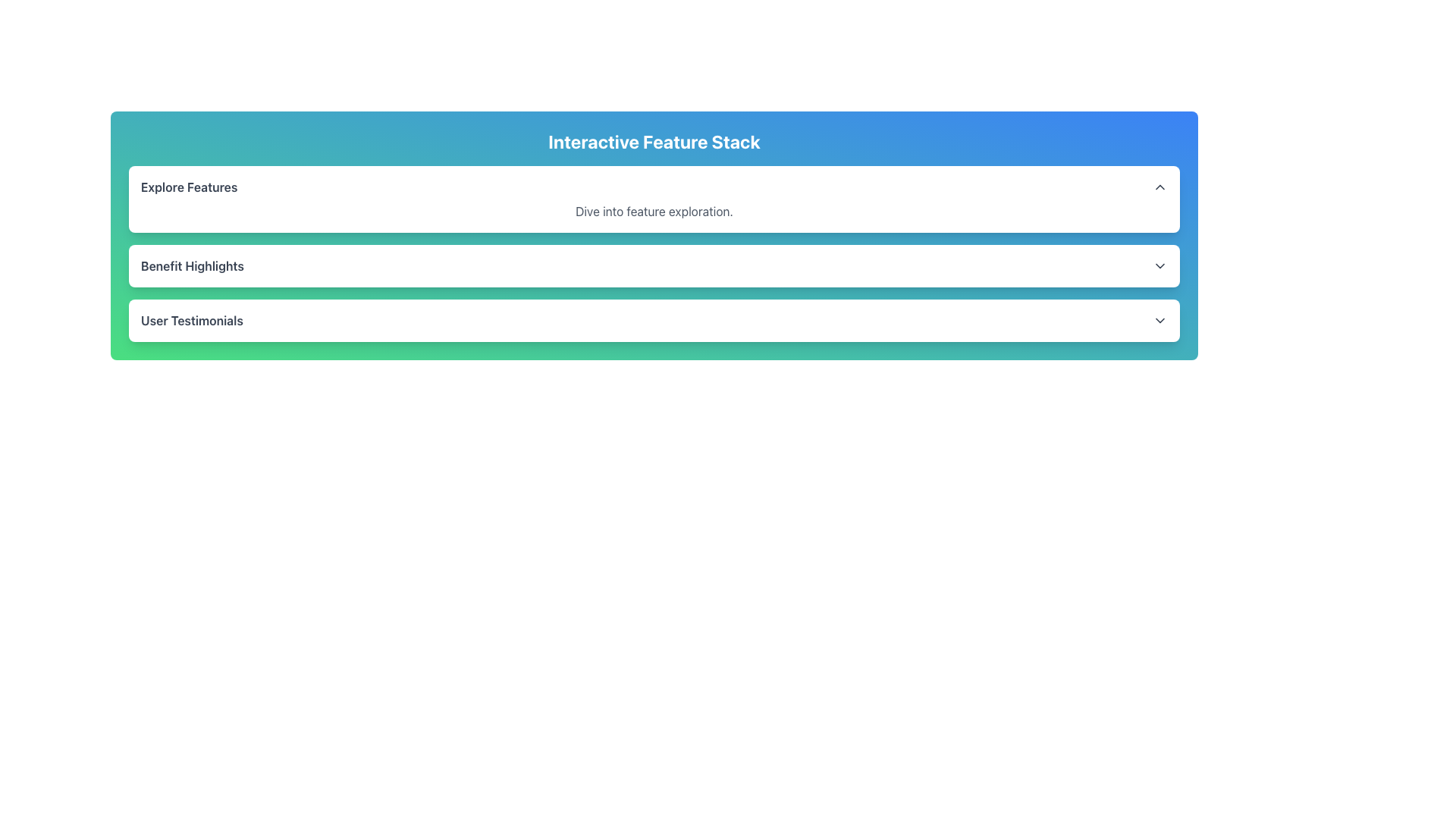  What do you see at coordinates (1159, 265) in the screenshot?
I see `the downward pointing chevron icon located at the far-right end of the 'Benefit Highlights' list item` at bounding box center [1159, 265].